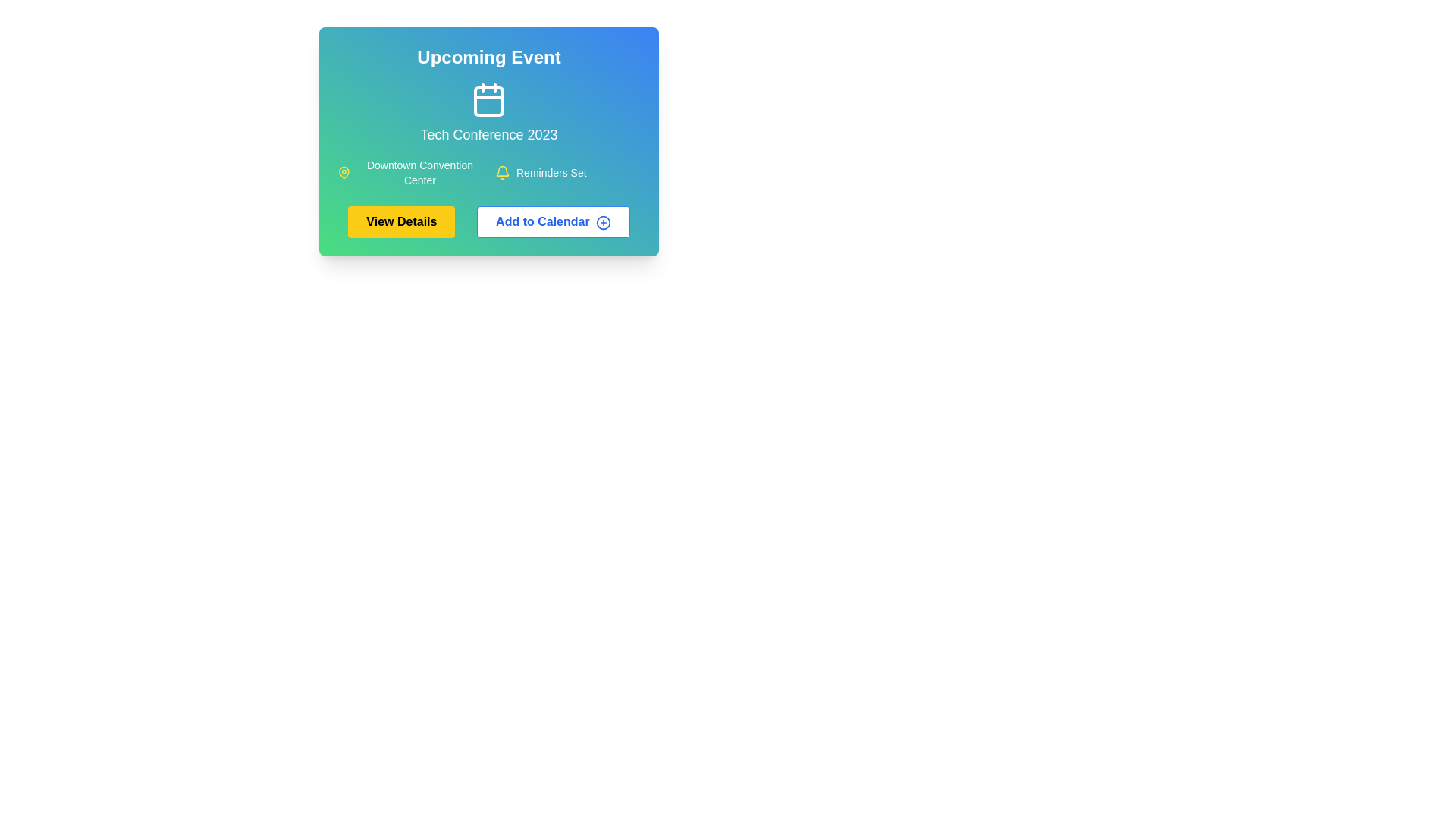 The width and height of the screenshot is (1456, 819). I want to click on the circular outline of the 'plus' sign icon located at the far right end of the 'Add to Calendar' button on the card, so click(602, 222).